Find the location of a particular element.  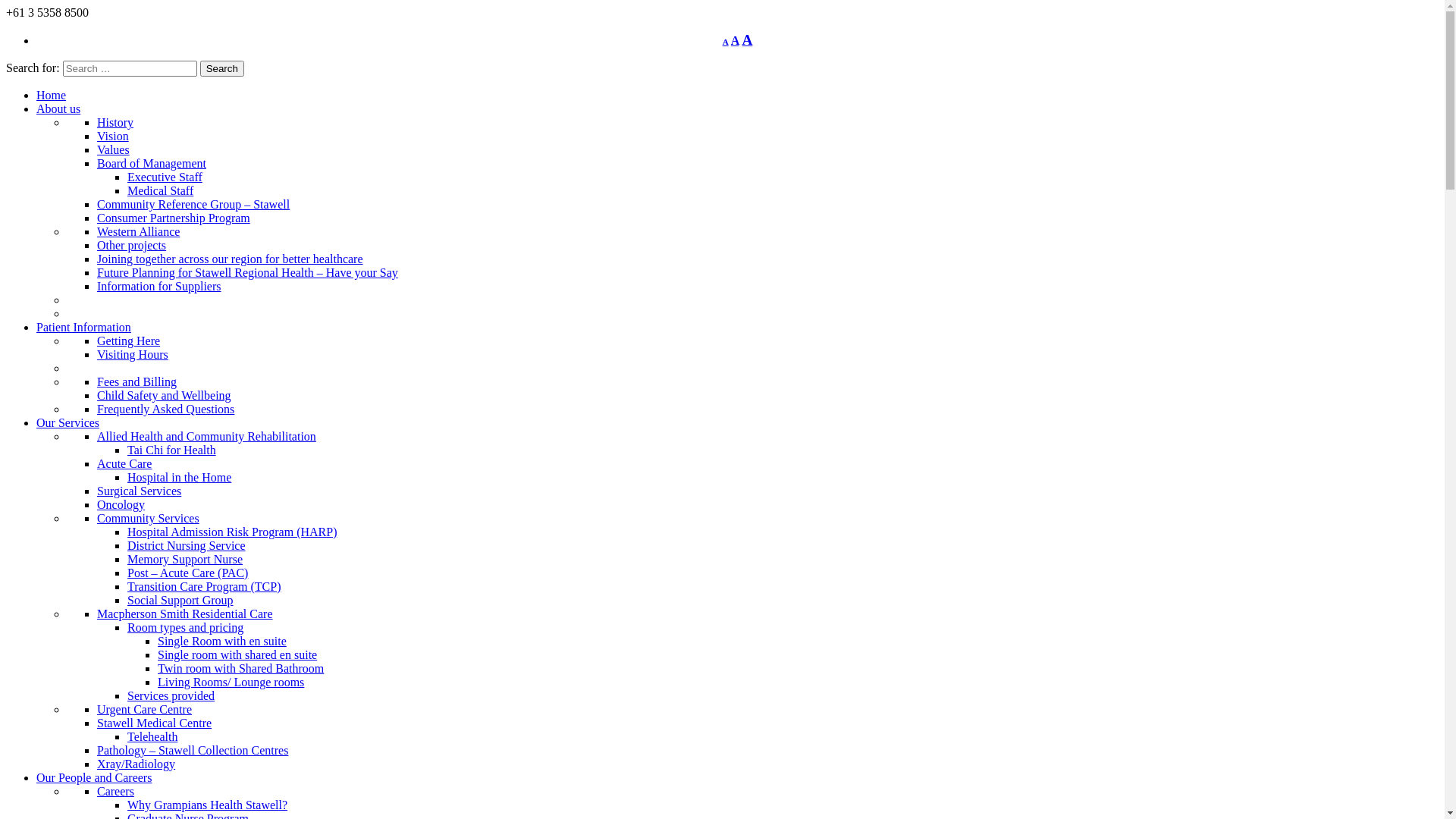

'Telehealth' is located at coordinates (152, 736).